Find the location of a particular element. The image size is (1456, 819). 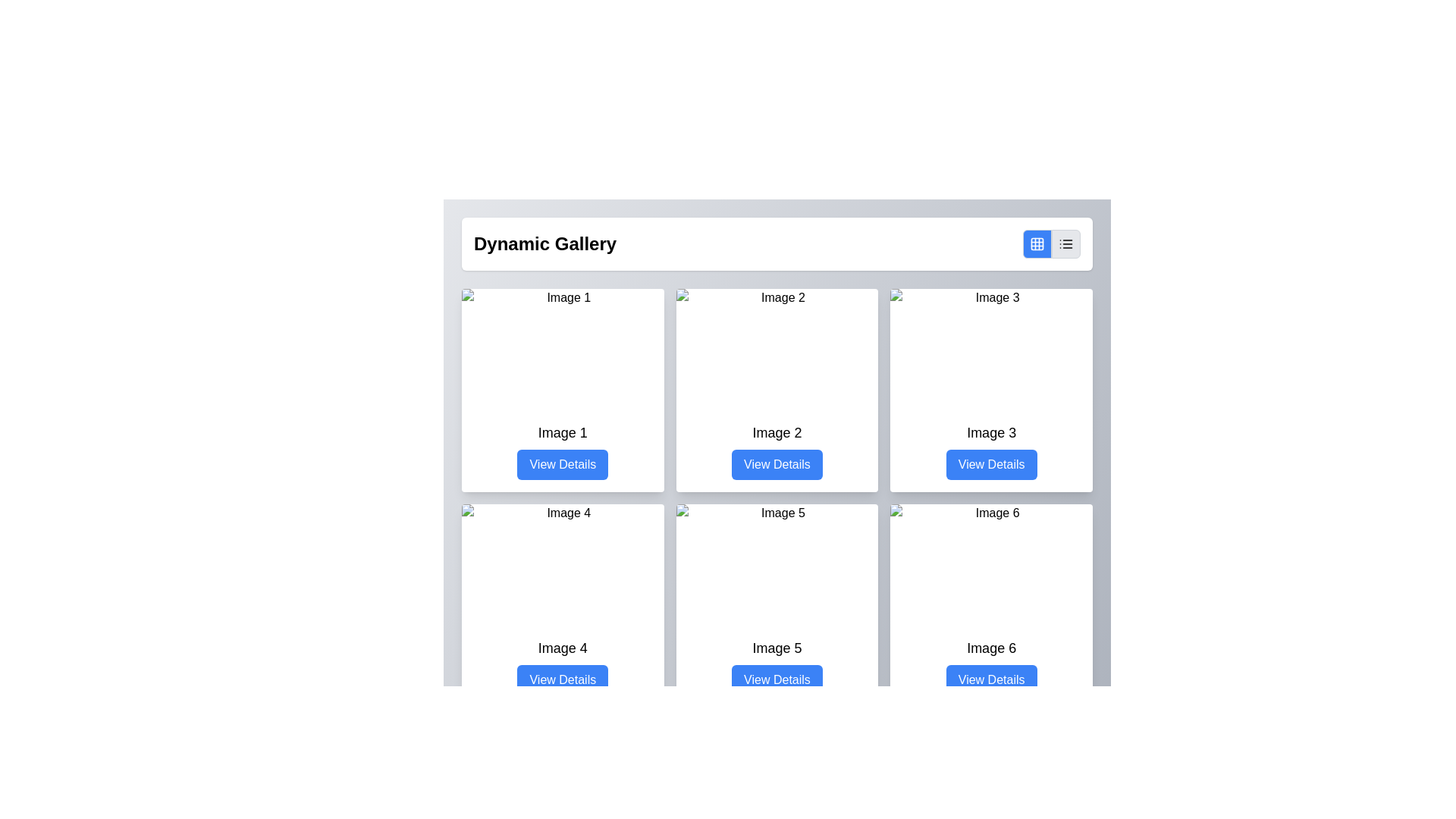

the 'View Details' button located below the heading 'Image 2' in the second column of the top row of the grid layout is located at coordinates (777, 450).